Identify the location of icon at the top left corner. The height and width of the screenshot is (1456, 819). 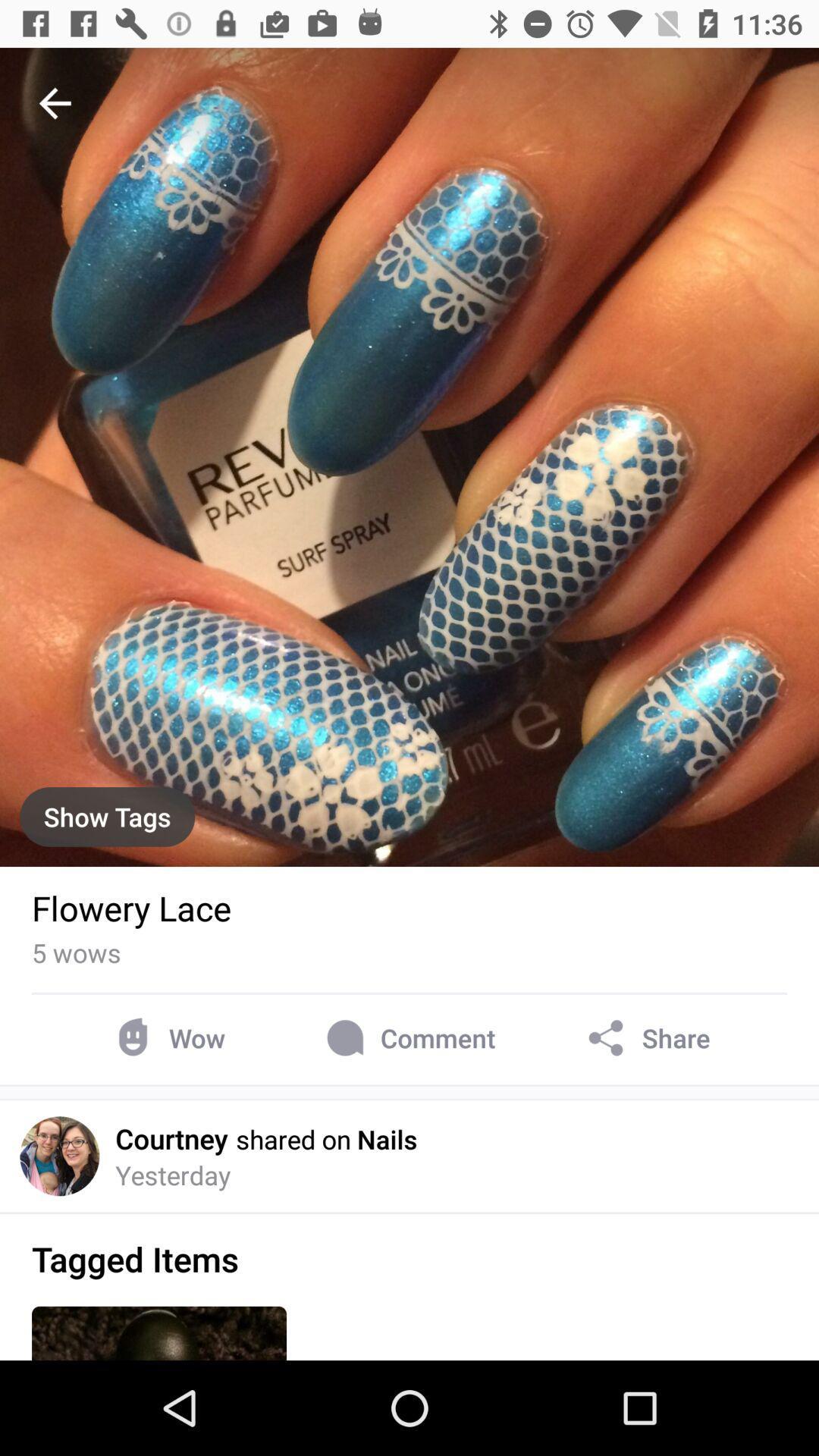
(55, 102).